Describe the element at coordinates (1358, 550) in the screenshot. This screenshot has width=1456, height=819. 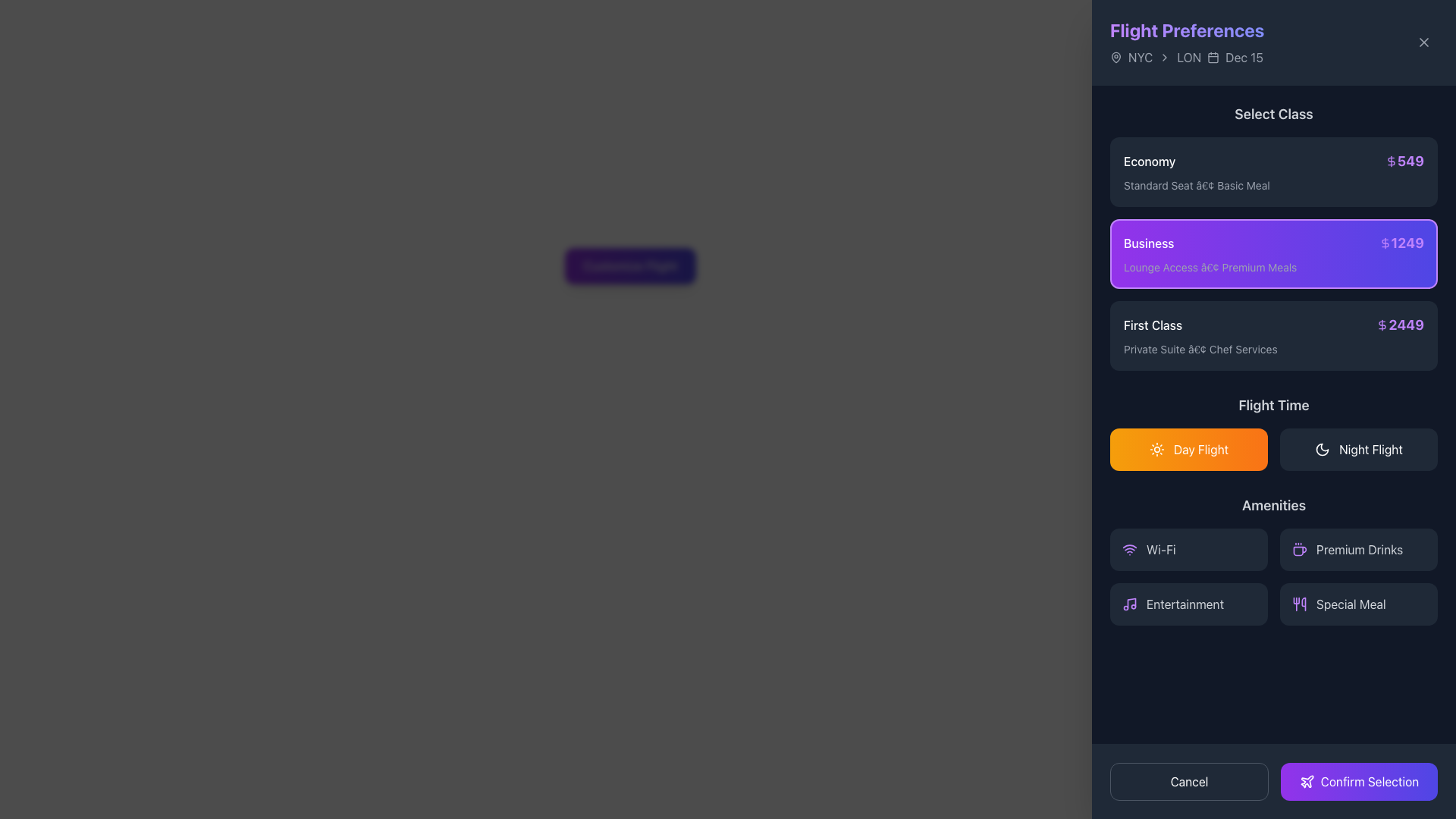
I see `the 'Premium Drinks' button, which is a rectangular button with a dark background, rounded corners, a purple coffee cup icon on the left, and gray text on the right, located in the 'Amenities' section` at that location.